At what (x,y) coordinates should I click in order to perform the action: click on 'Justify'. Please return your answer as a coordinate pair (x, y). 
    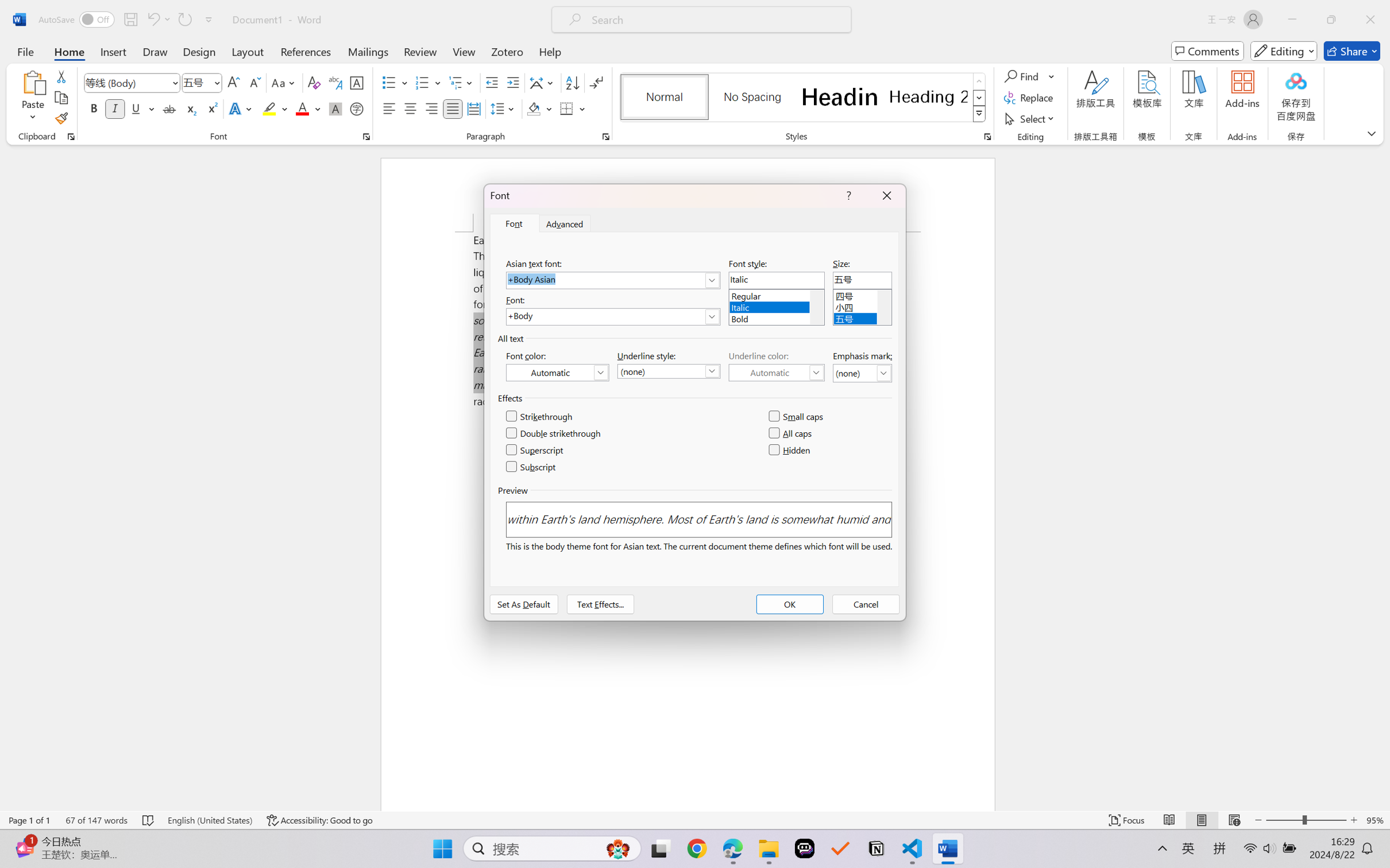
    Looking at the image, I should click on (452, 108).